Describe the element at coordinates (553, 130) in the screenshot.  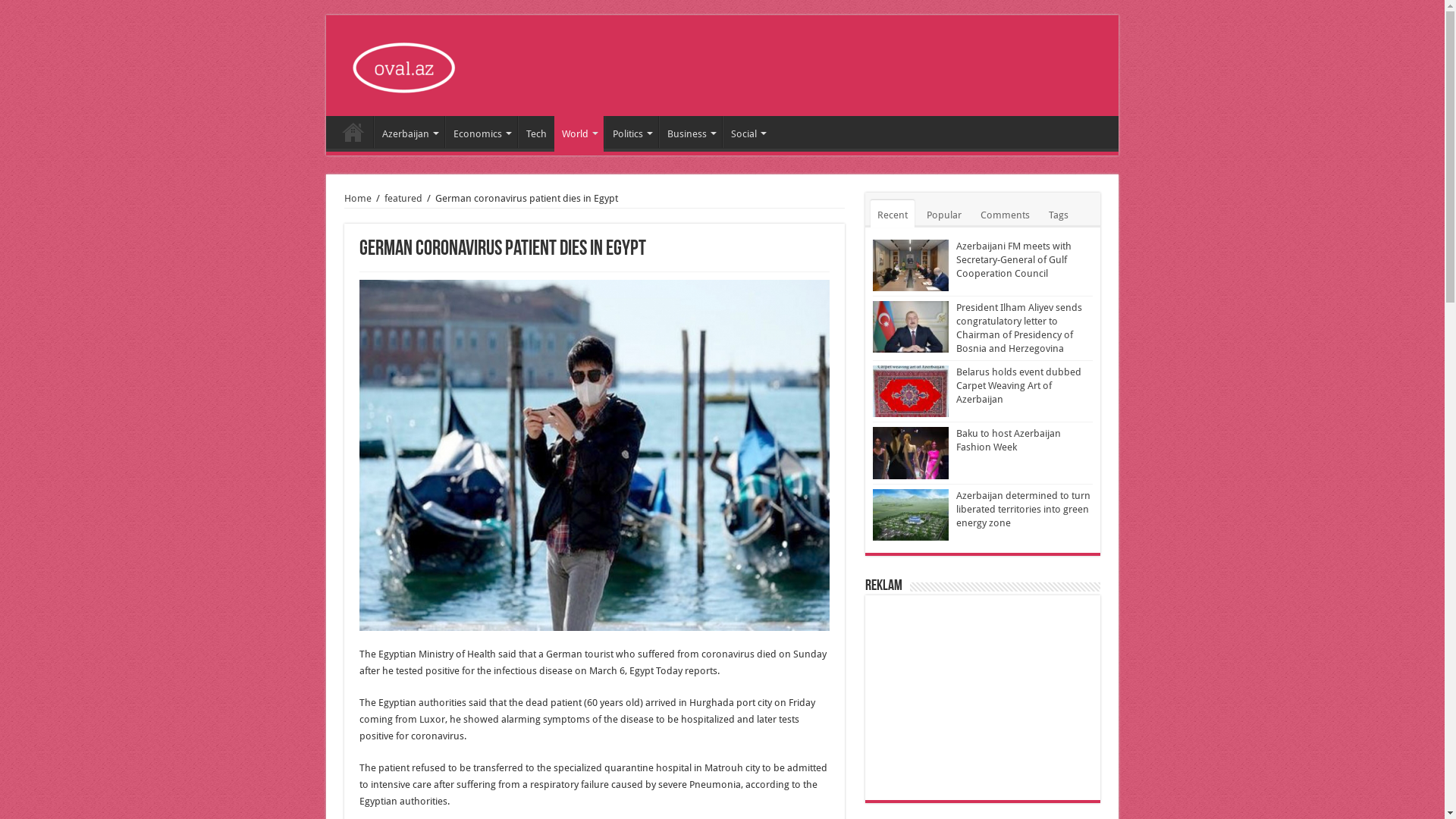
I see `'World'` at that location.